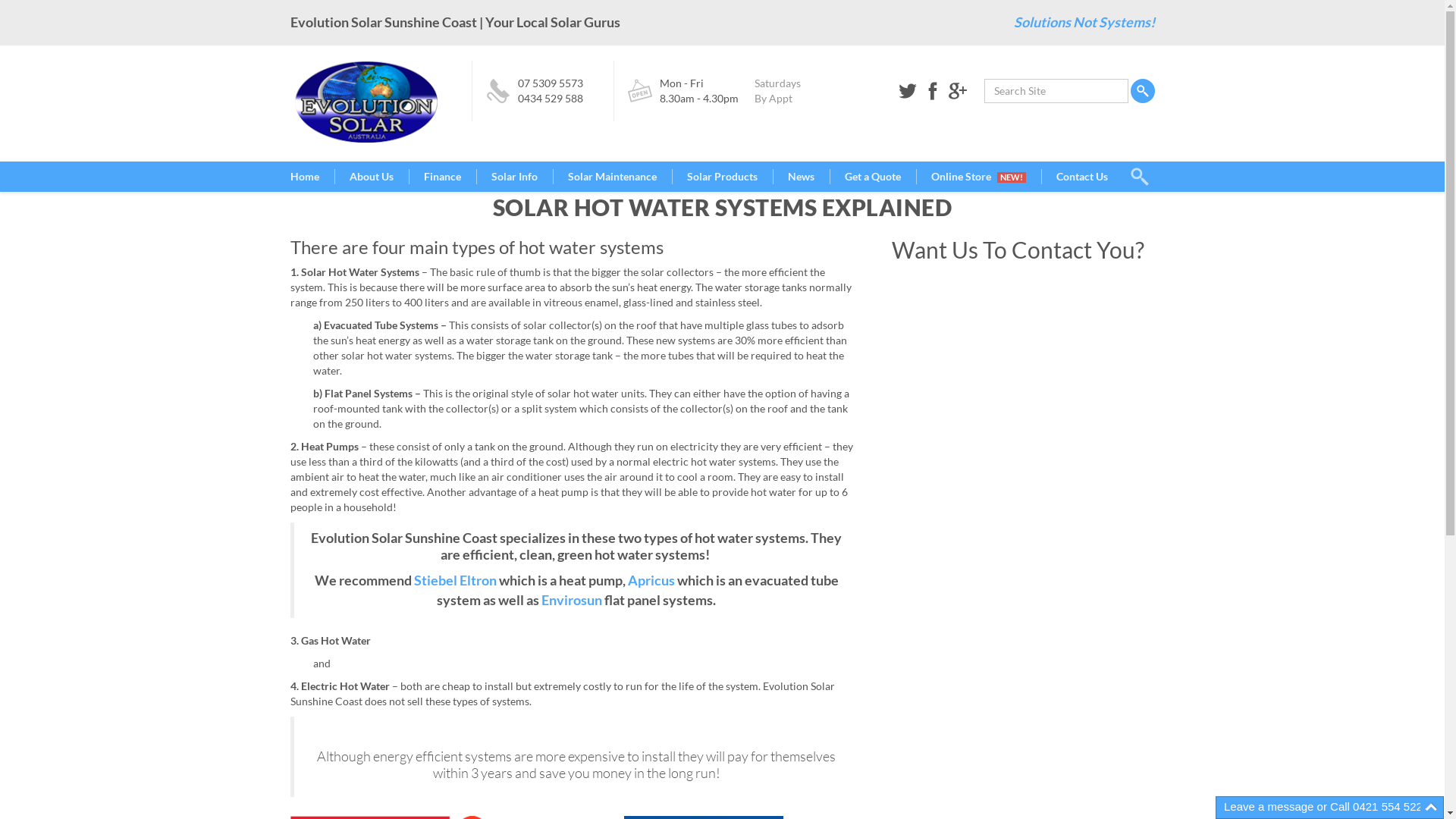 This screenshot has width=1456, height=819. I want to click on 'Online Store NEW!', so click(978, 175).